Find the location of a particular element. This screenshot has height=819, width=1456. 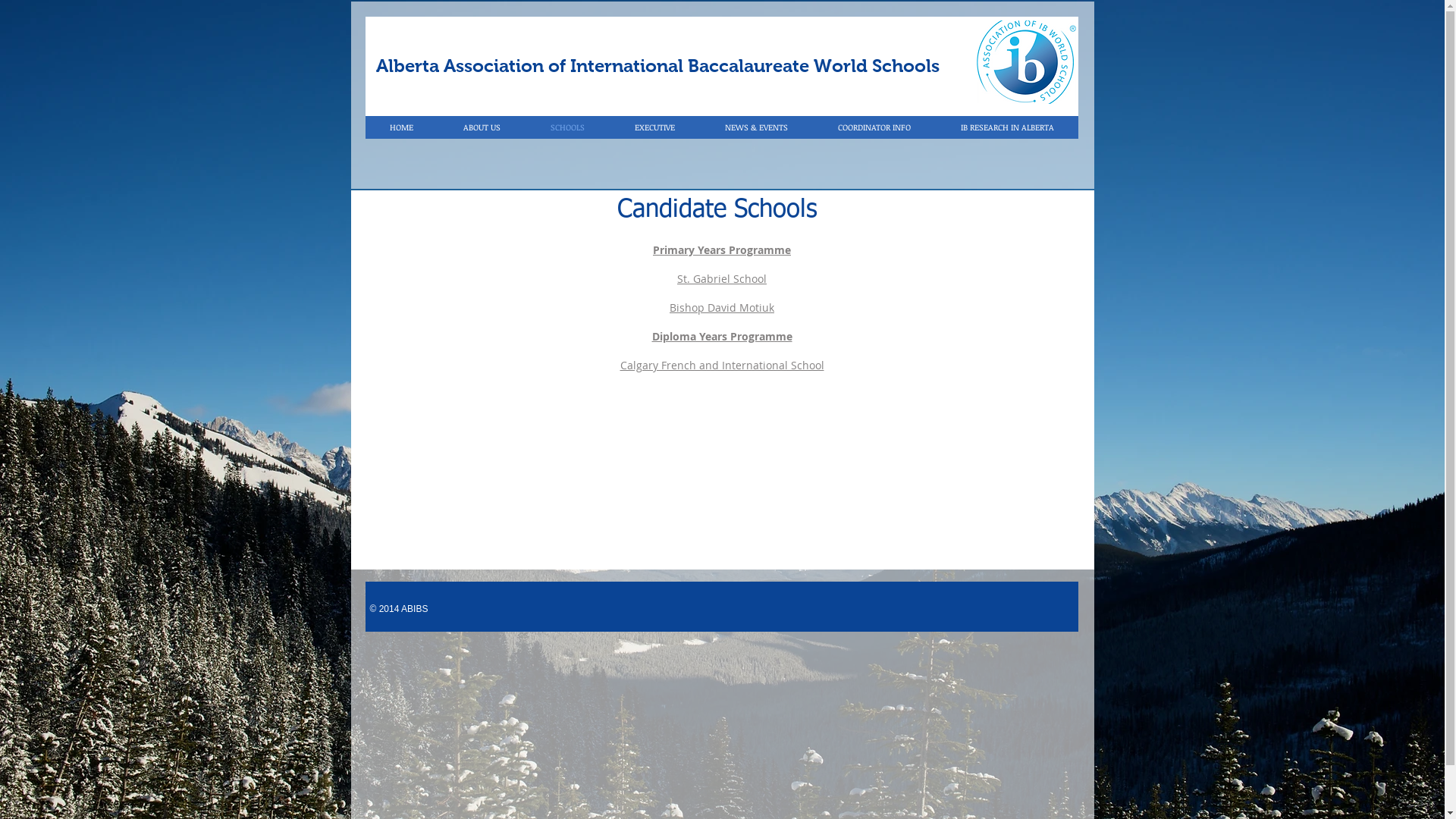

'SCHOOLS' is located at coordinates (566, 127).